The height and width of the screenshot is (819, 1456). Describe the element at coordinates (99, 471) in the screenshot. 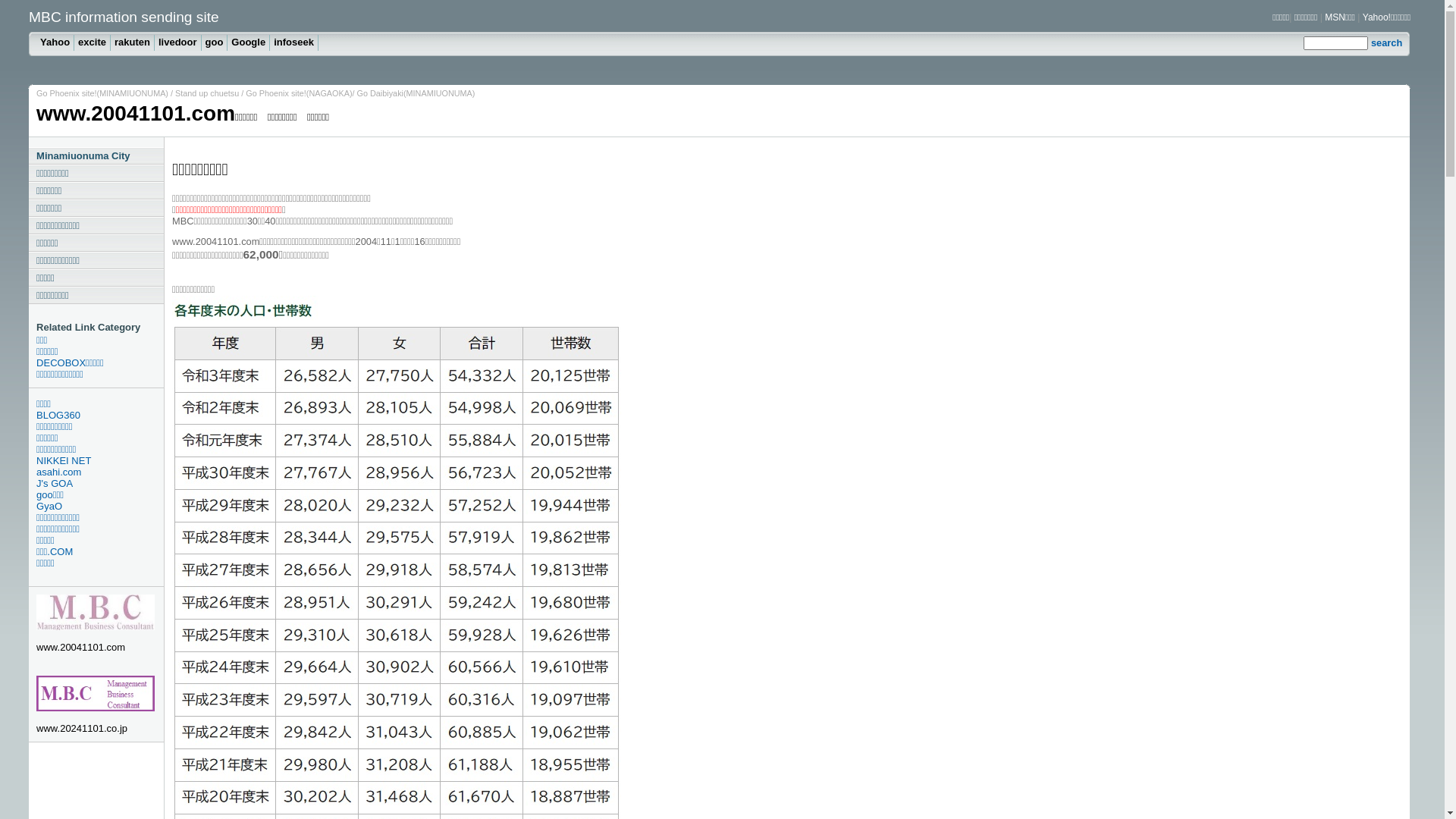

I see `'asahi.com'` at that location.